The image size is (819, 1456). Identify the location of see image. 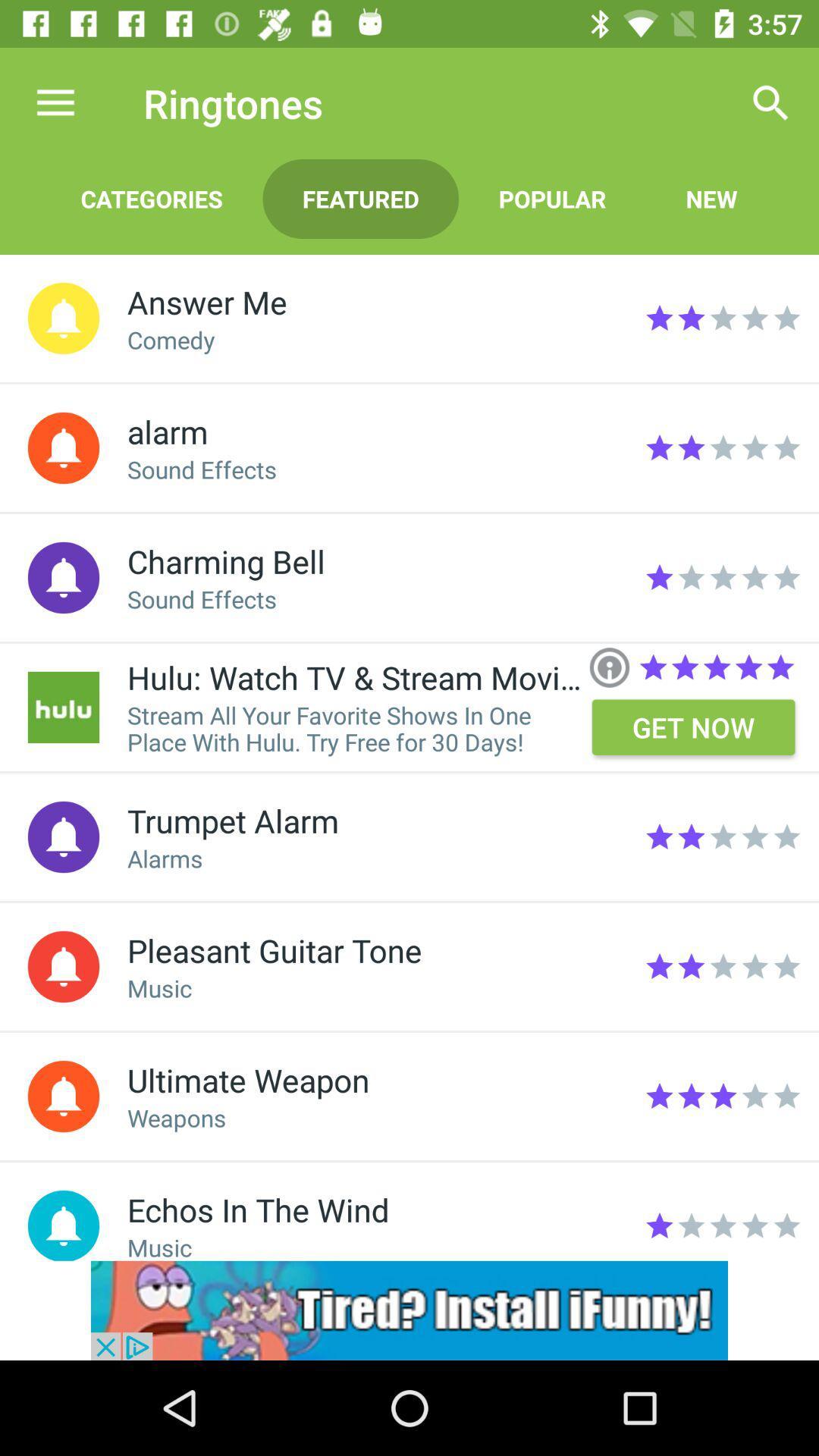
(63, 706).